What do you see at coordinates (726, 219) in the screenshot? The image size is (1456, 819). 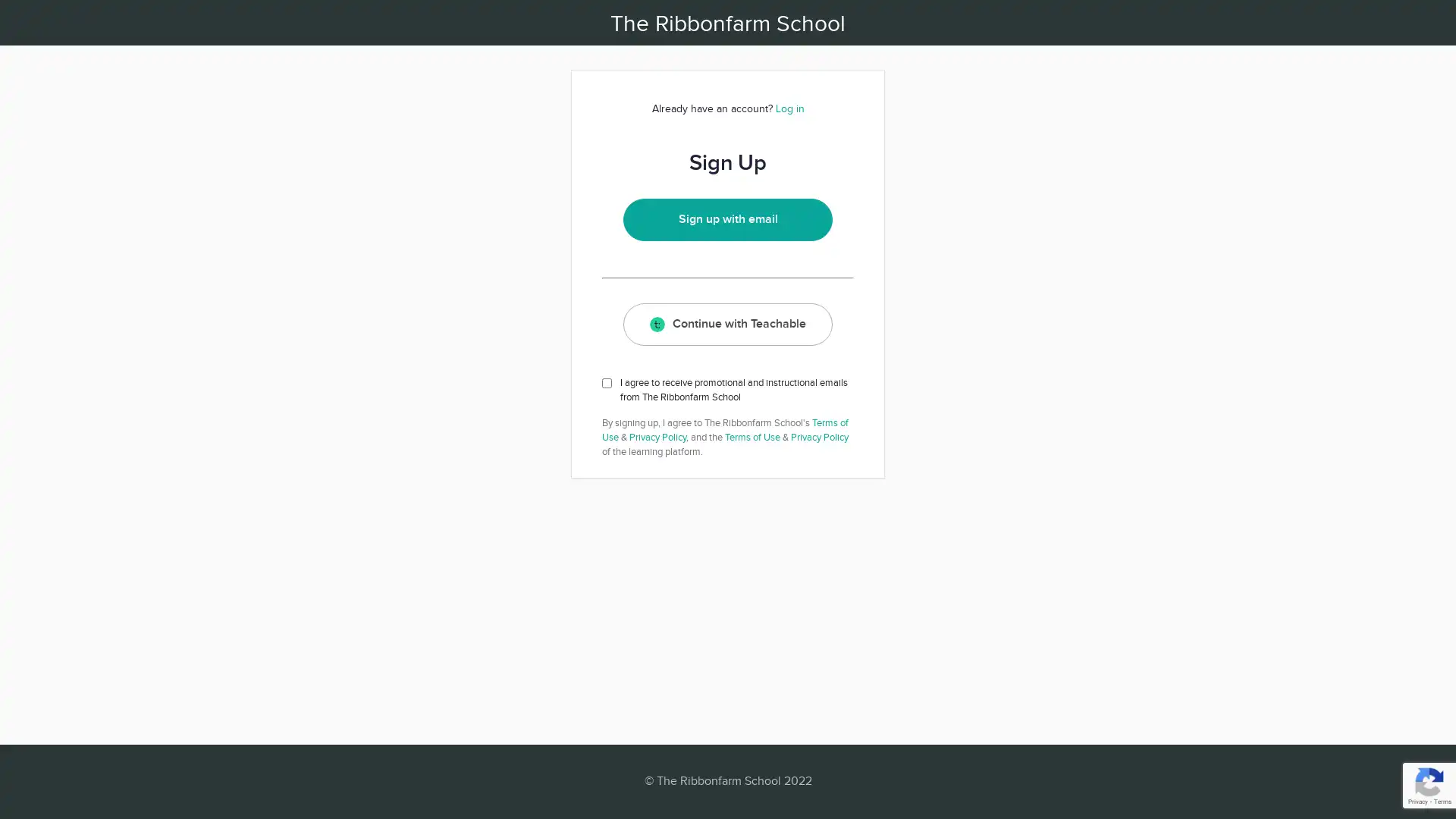 I see `Sign up with email` at bounding box center [726, 219].